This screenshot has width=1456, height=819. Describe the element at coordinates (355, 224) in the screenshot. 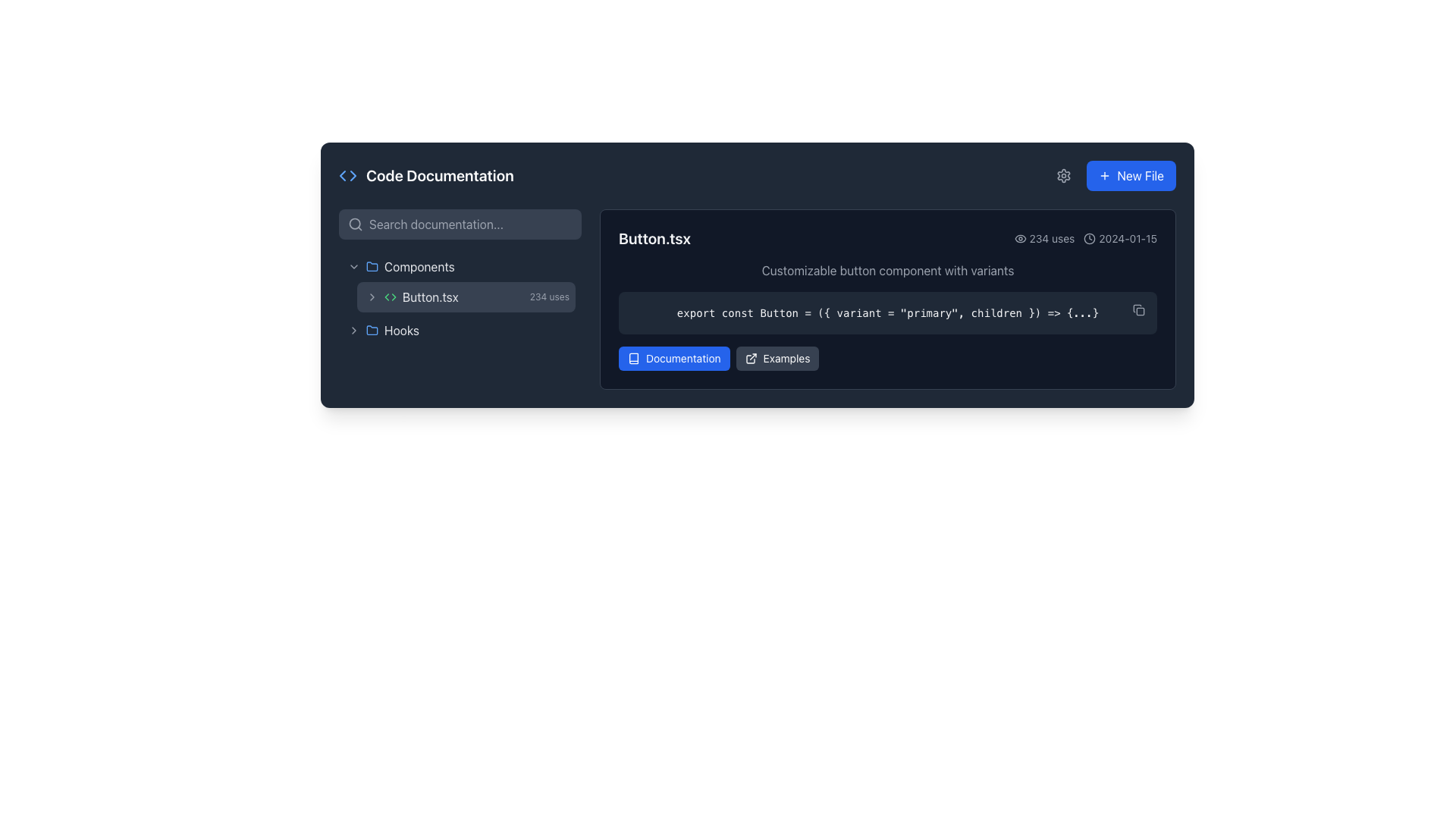

I see `the search icon depicting a magnifying glass located on the left side of the search input box at the top left corner of the interface` at that location.